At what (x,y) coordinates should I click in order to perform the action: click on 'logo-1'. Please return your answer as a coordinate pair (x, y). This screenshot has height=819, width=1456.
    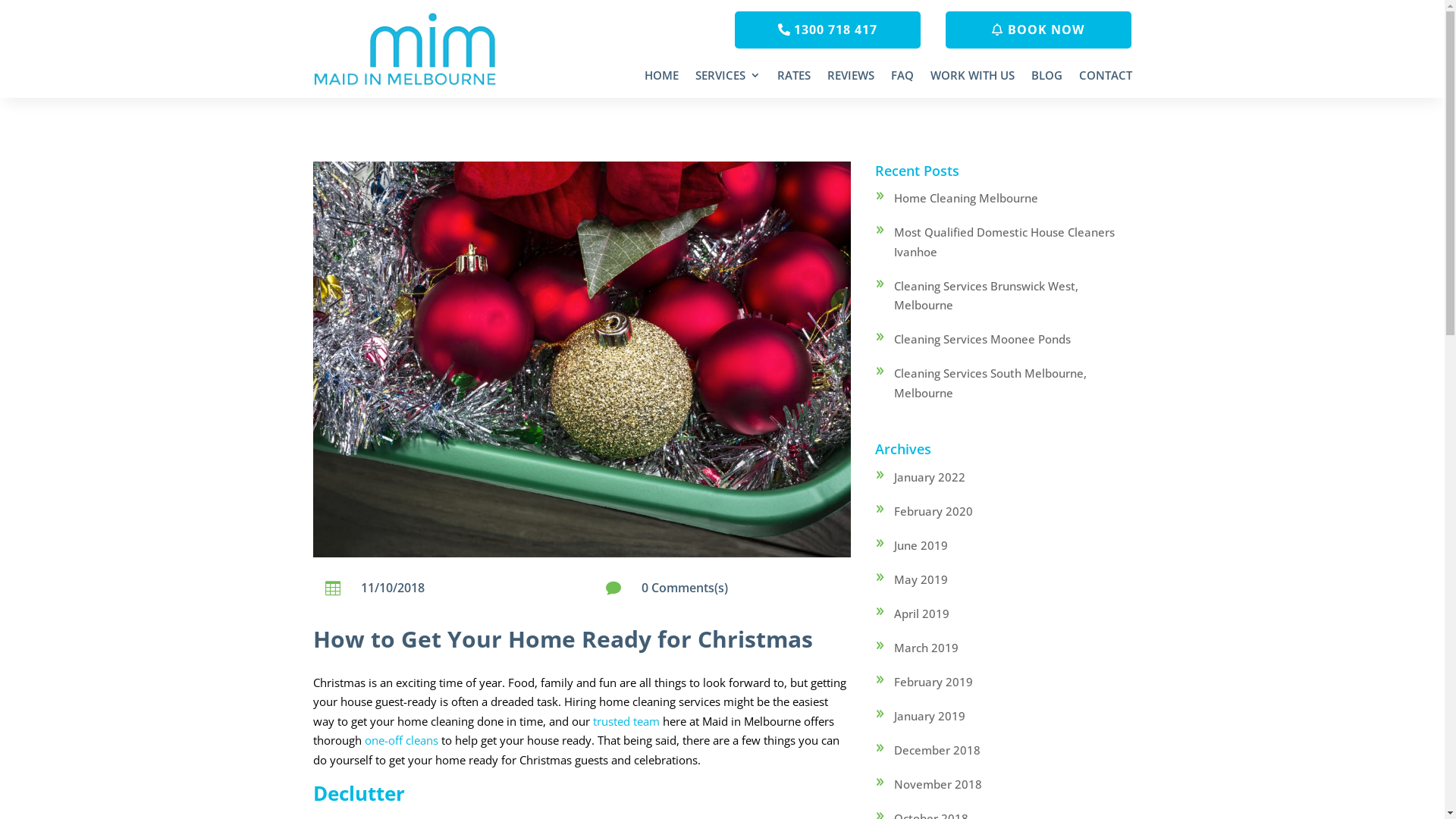
    Looking at the image, I should click on (406, 49).